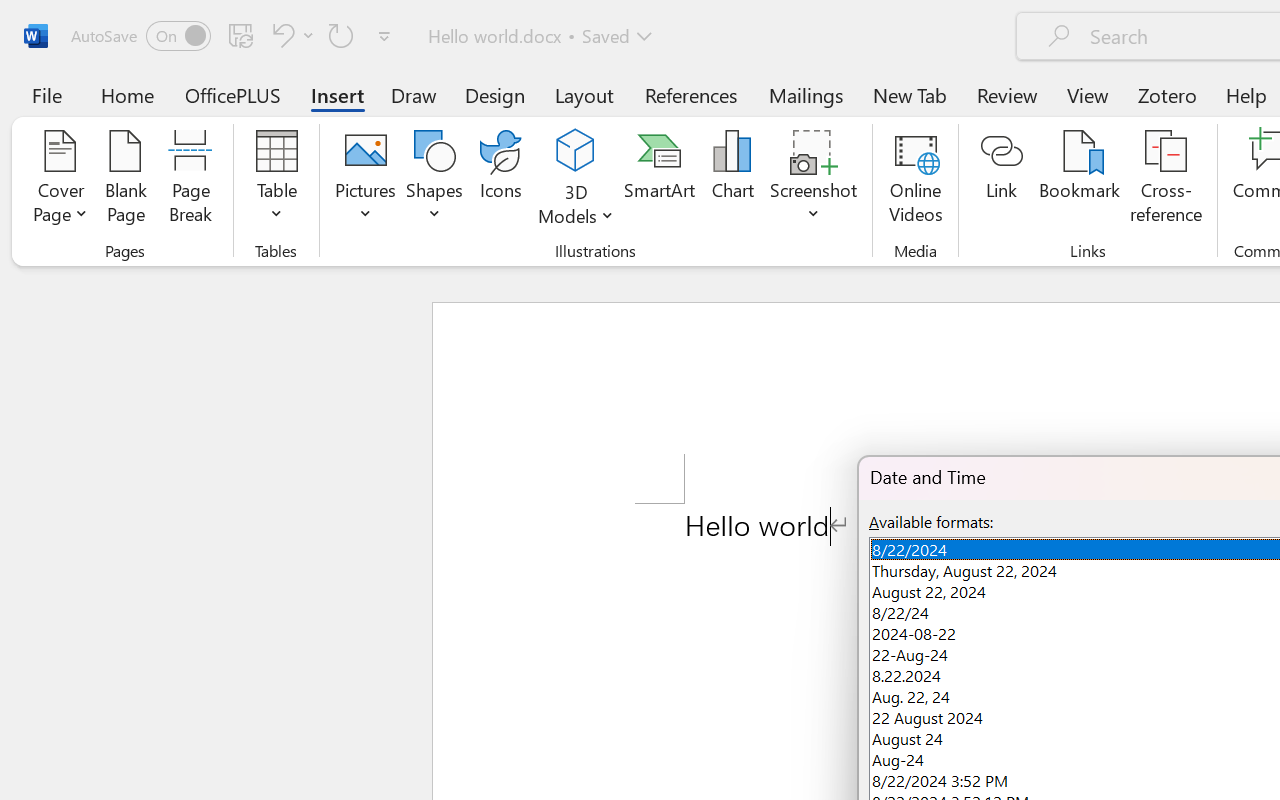  Describe the element at coordinates (575, 179) in the screenshot. I see `'3D Models'` at that location.